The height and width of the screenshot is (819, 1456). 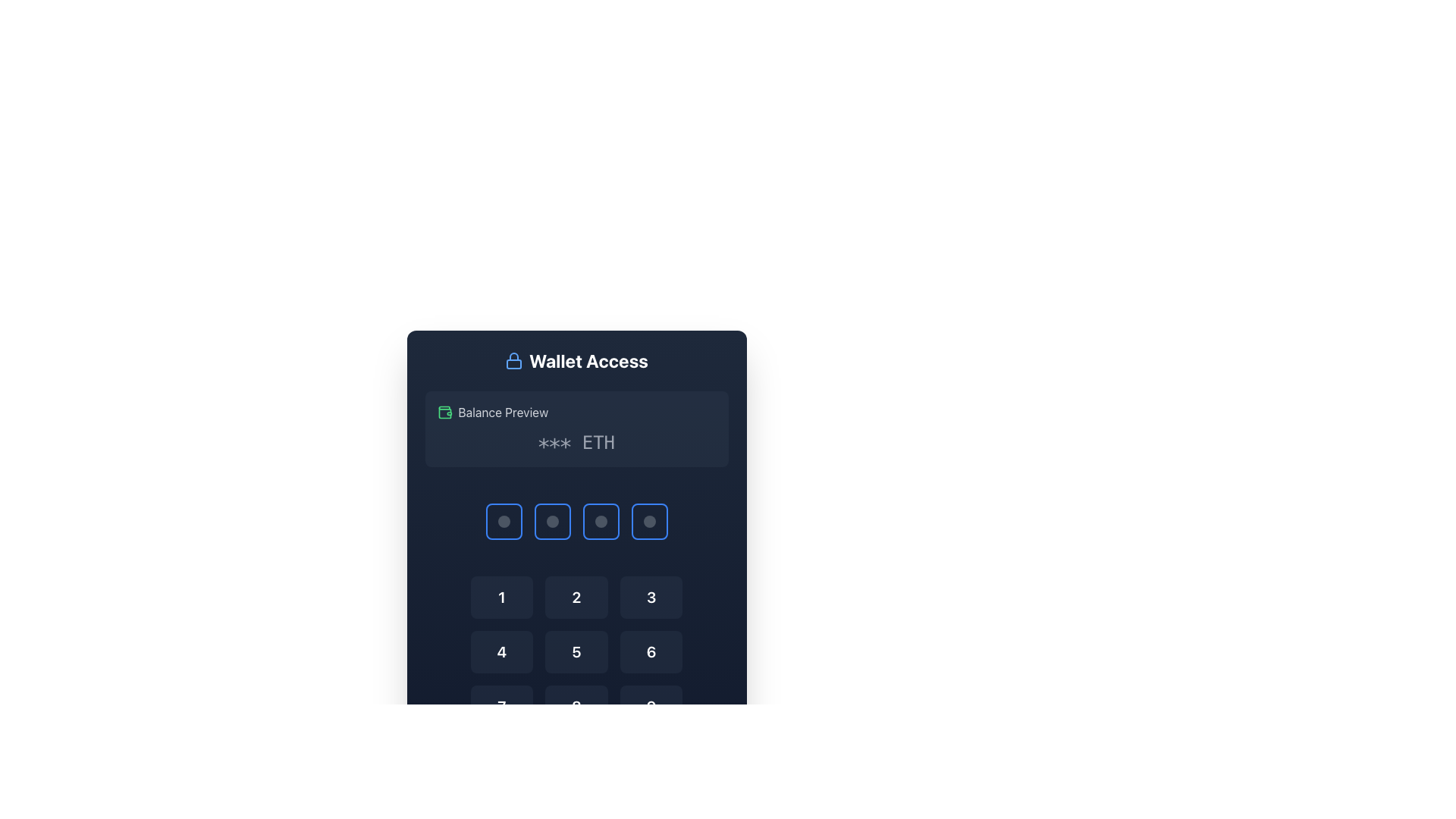 What do you see at coordinates (649, 520) in the screenshot?
I see `the last square-shaped decorative or status indicator with a blue border and a dark gray circle at its center` at bounding box center [649, 520].